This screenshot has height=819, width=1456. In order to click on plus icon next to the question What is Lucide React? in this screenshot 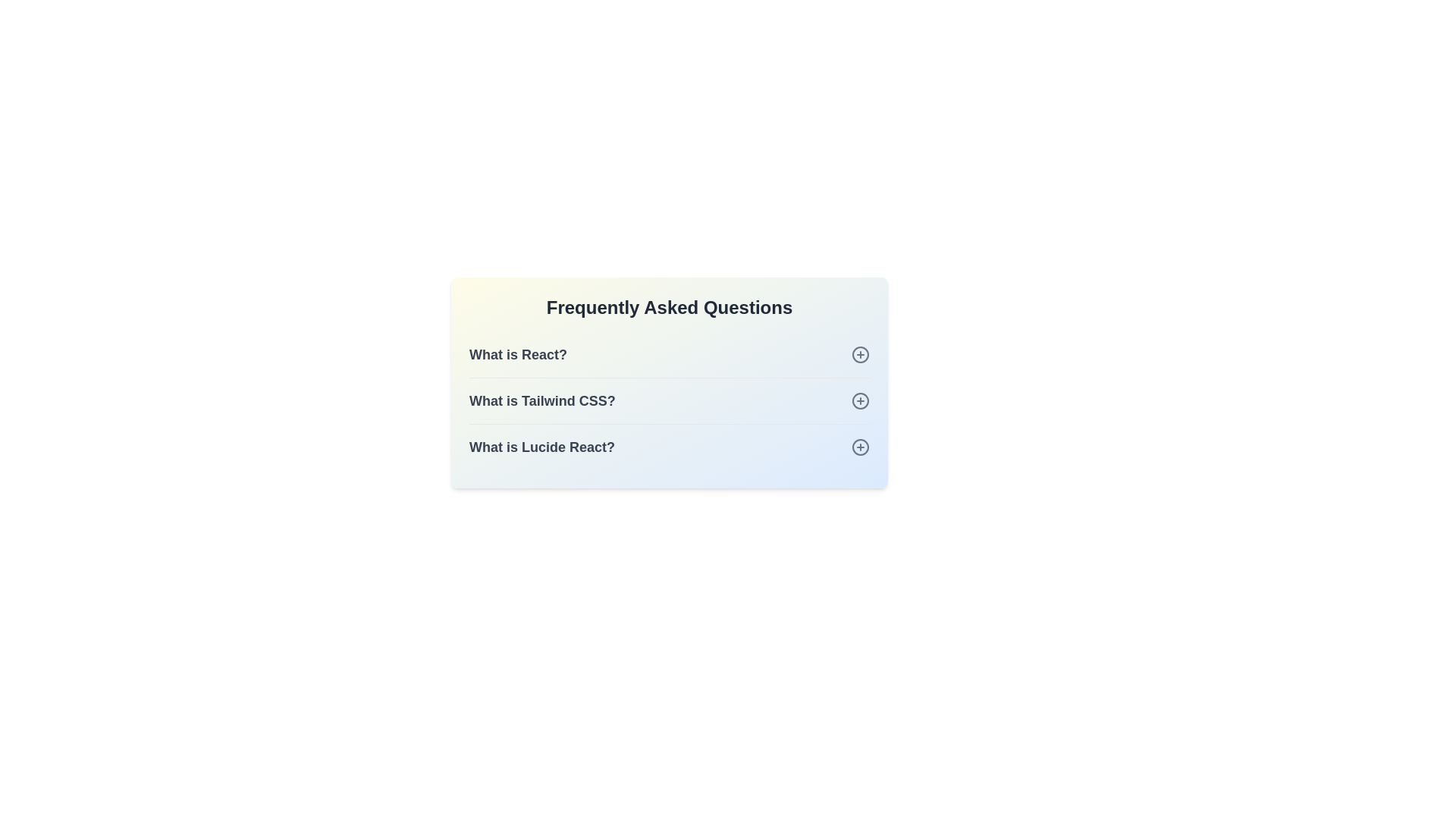, I will do `click(860, 447)`.